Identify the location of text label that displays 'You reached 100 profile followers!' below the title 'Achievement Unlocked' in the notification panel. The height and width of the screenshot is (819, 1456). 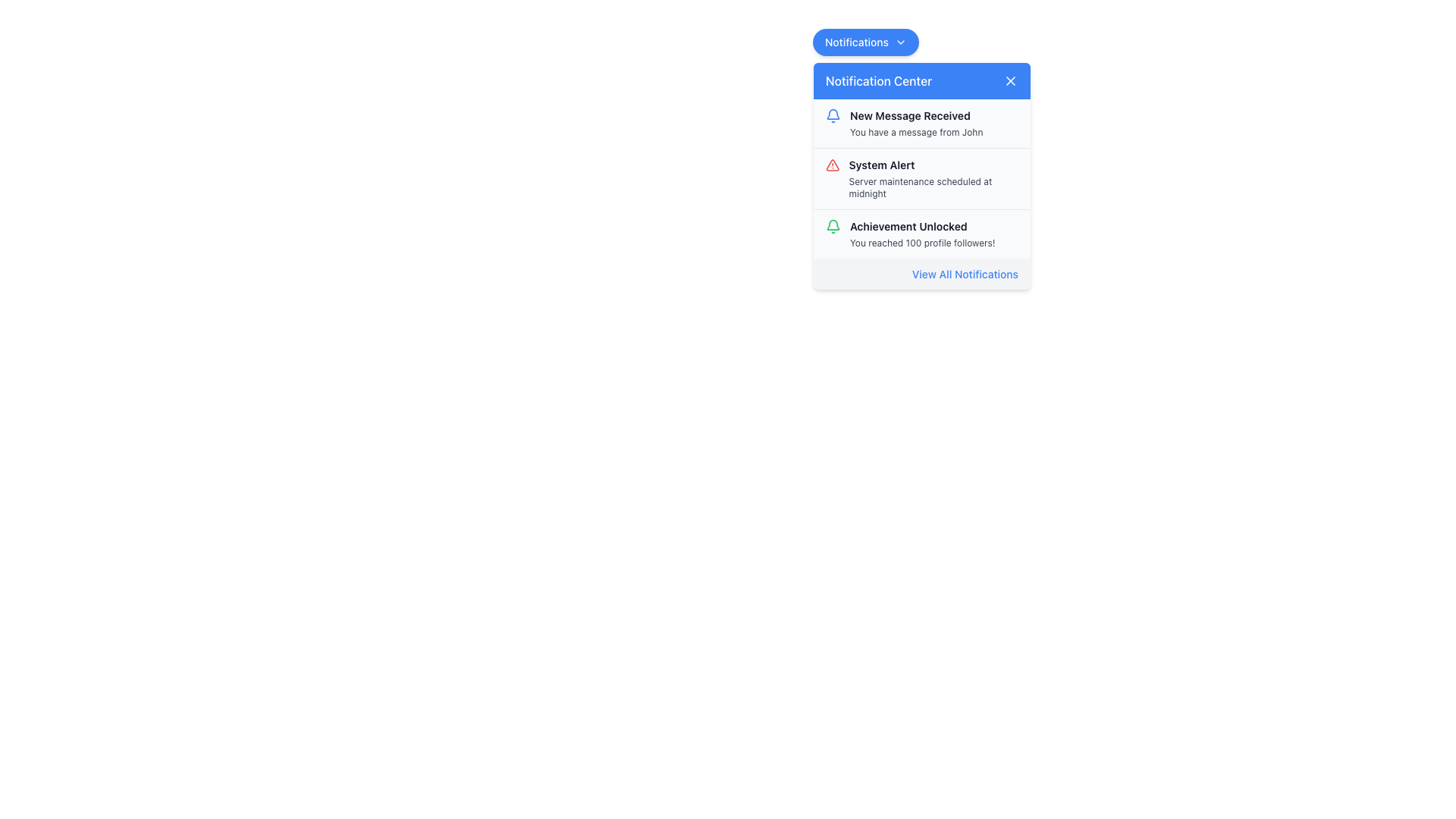
(921, 242).